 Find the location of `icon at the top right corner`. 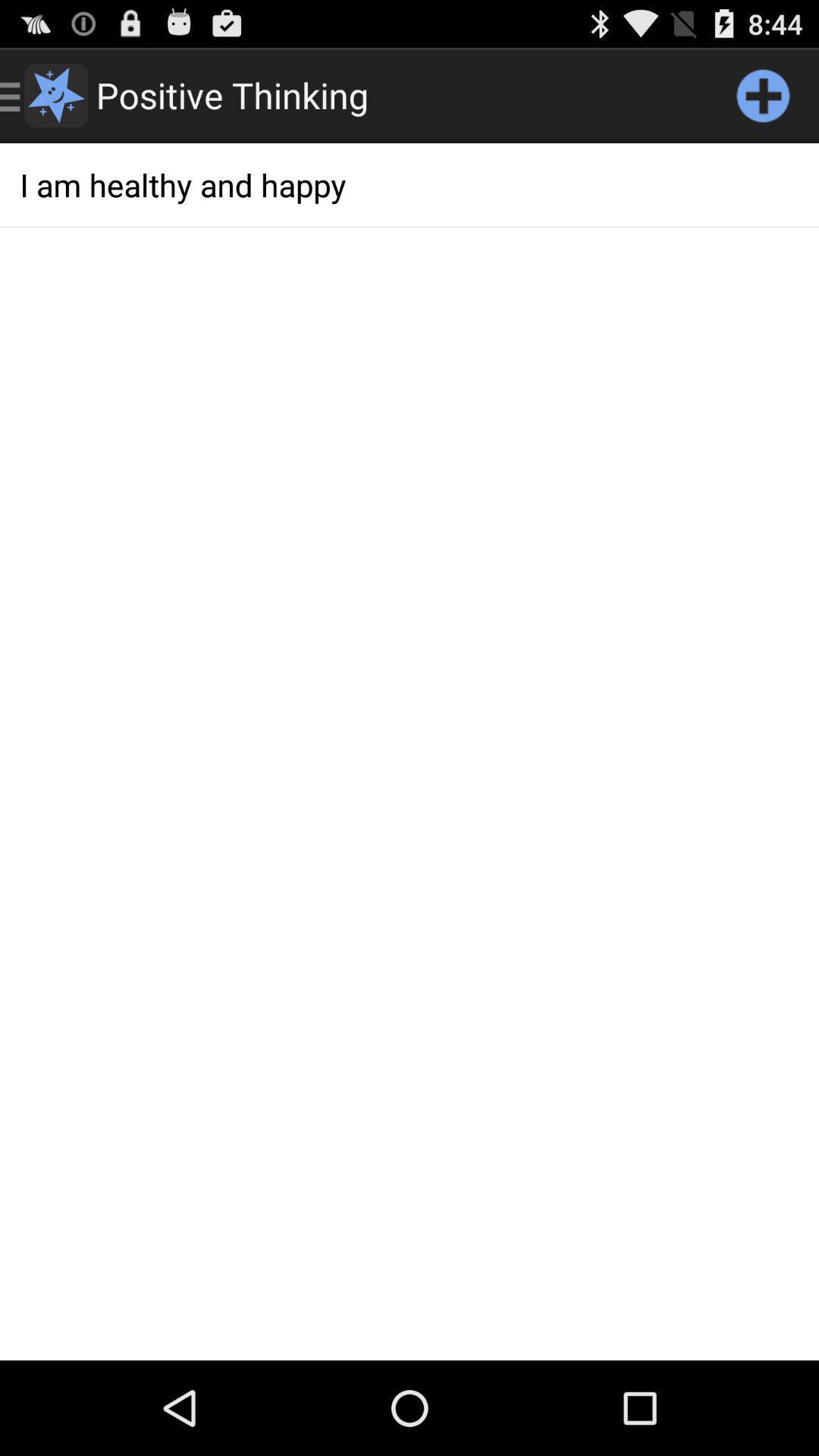

icon at the top right corner is located at coordinates (763, 94).